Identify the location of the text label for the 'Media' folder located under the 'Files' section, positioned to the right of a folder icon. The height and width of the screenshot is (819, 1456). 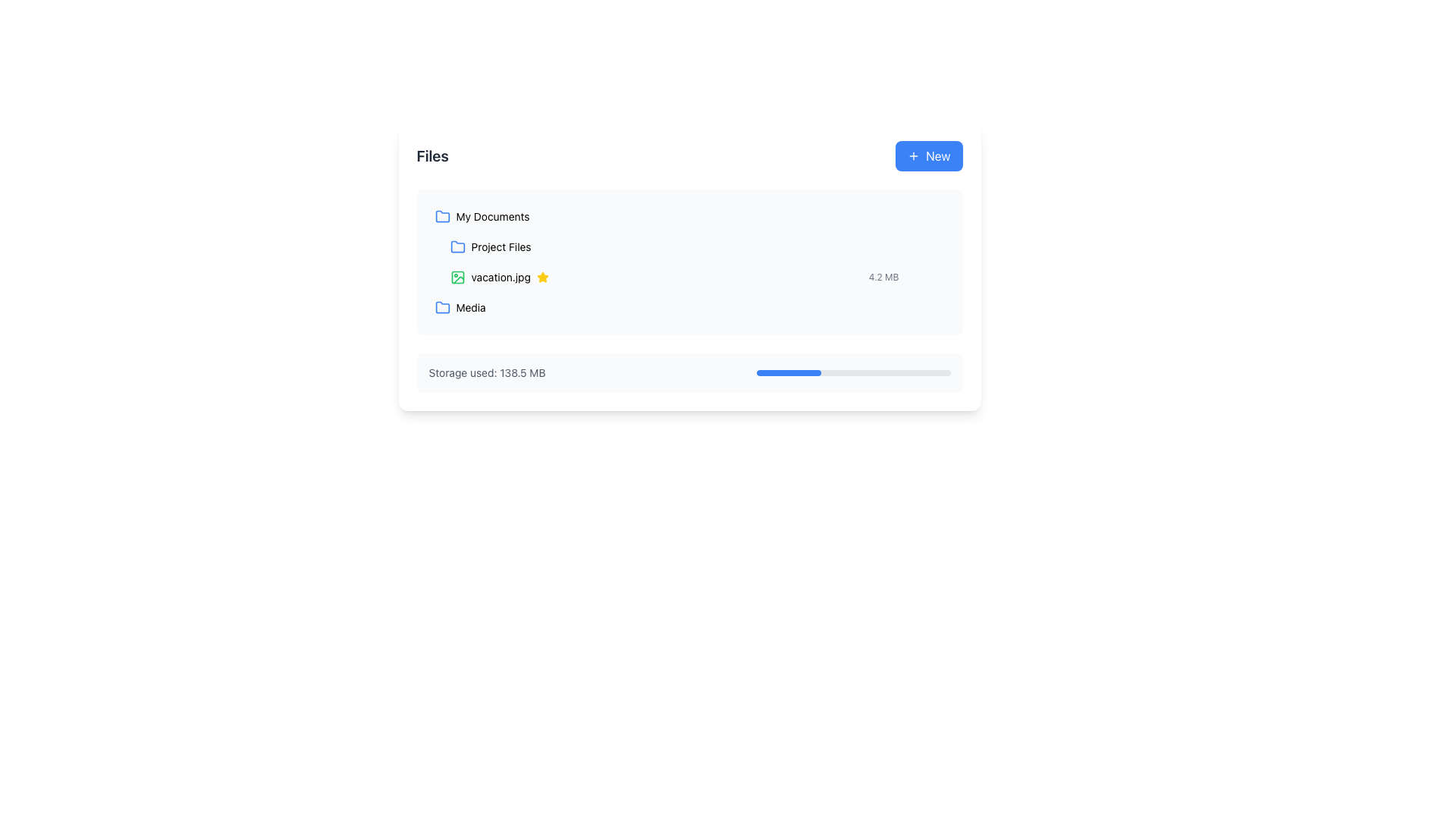
(470, 307).